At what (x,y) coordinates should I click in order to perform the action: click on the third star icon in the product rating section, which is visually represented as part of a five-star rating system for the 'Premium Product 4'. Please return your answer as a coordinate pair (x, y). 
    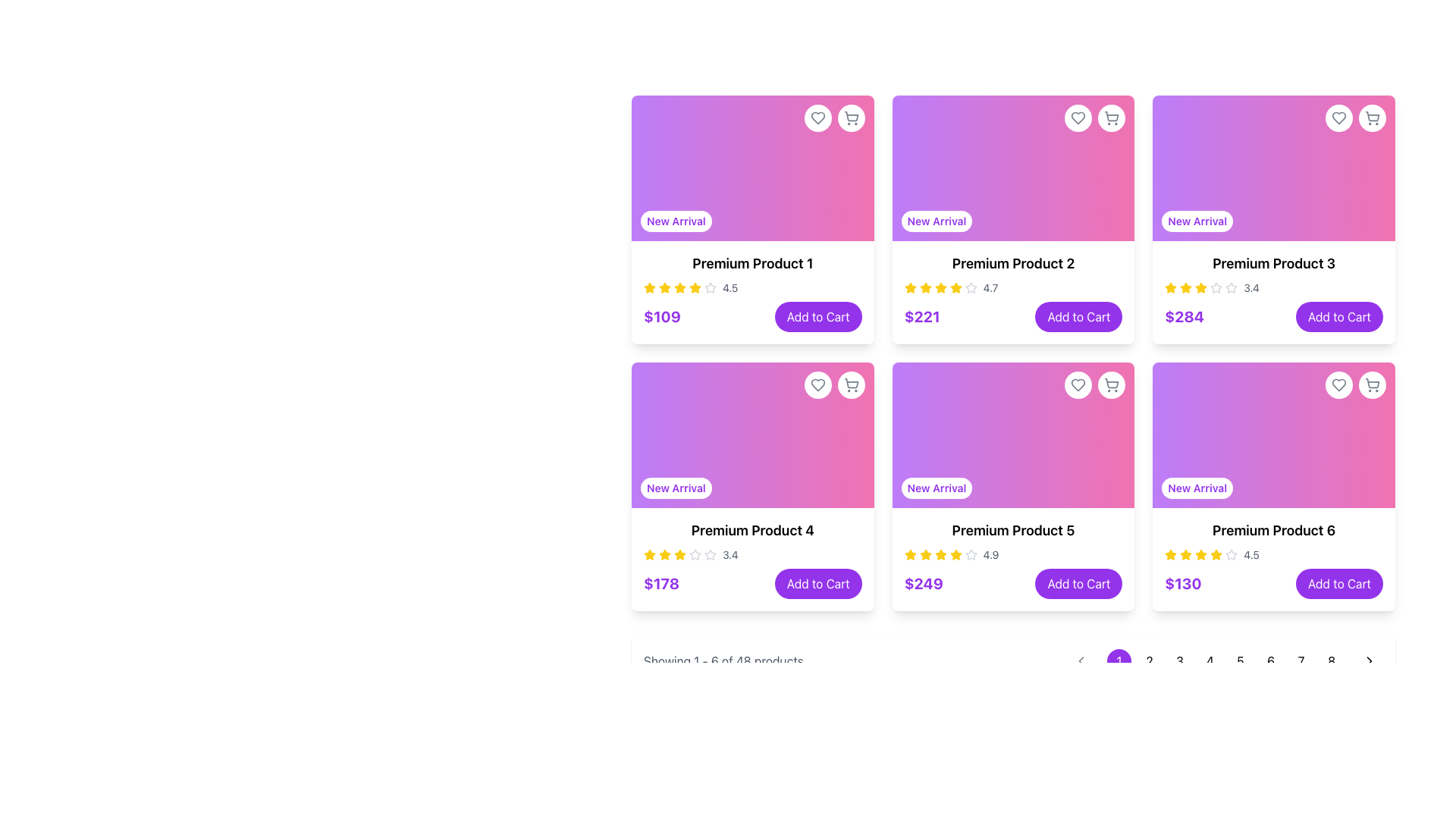
    Looking at the image, I should click on (665, 555).